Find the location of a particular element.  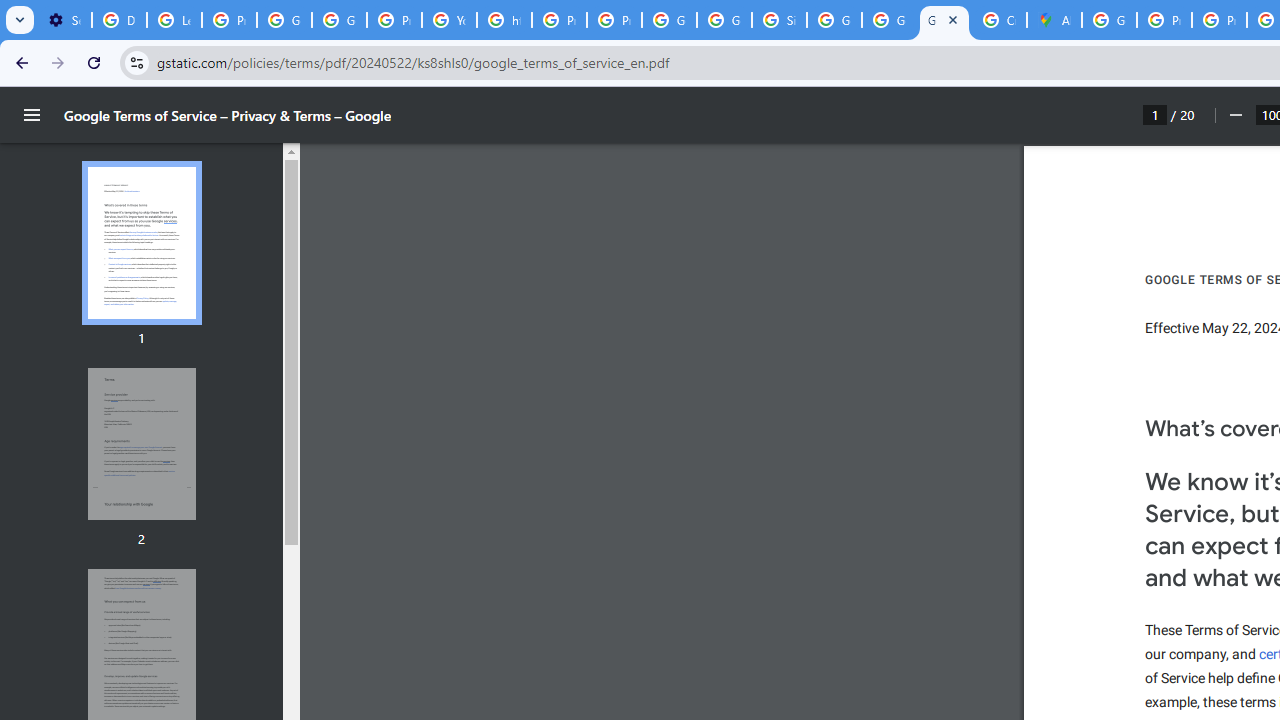

'Zoom out' is located at coordinates (1234, 115).